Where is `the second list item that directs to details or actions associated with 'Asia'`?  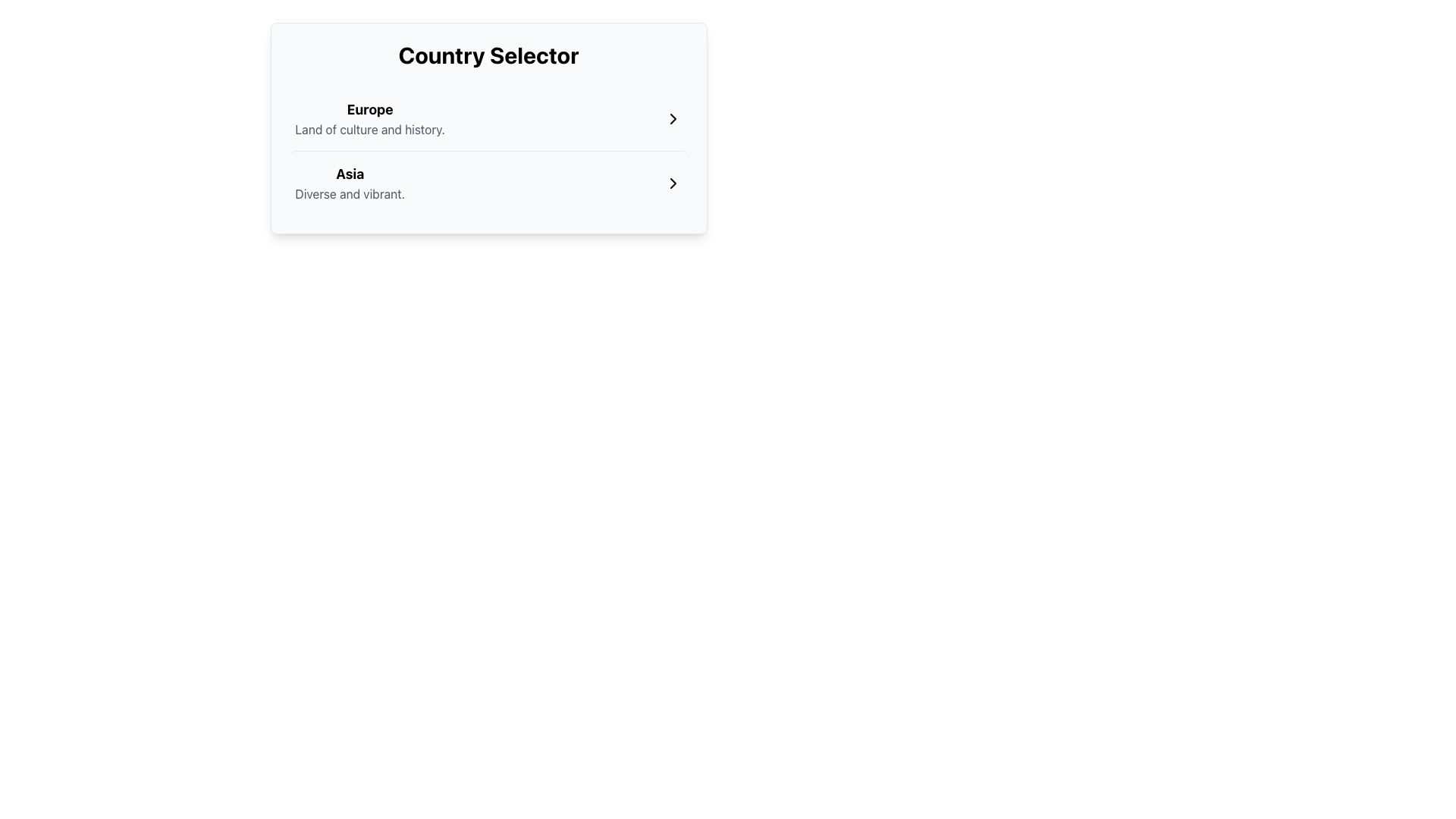
the second list item that directs to details or actions associated with 'Asia' is located at coordinates (488, 182).